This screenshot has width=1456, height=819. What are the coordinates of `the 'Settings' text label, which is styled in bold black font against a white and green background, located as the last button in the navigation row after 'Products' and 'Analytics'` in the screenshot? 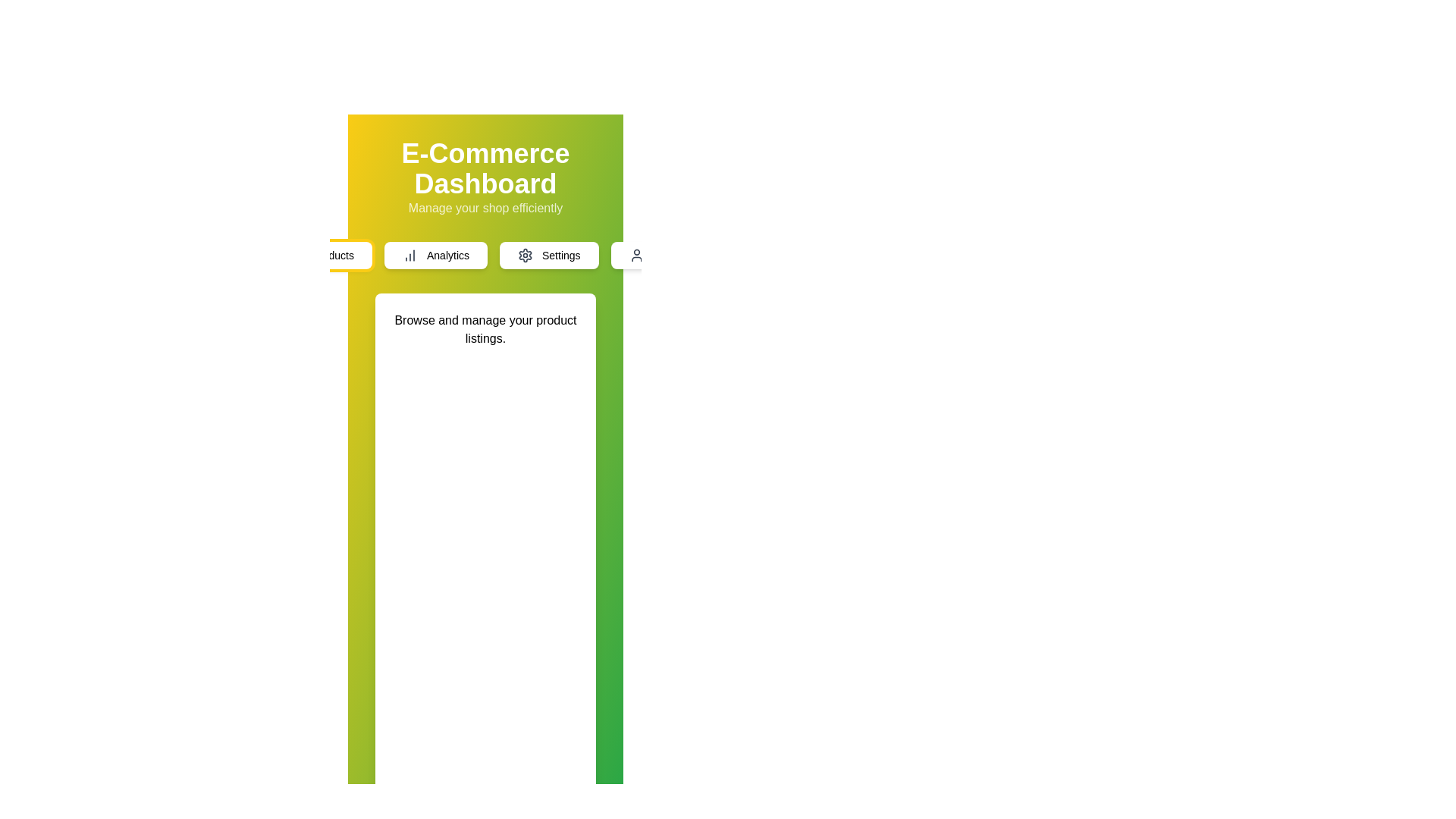 It's located at (560, 254).